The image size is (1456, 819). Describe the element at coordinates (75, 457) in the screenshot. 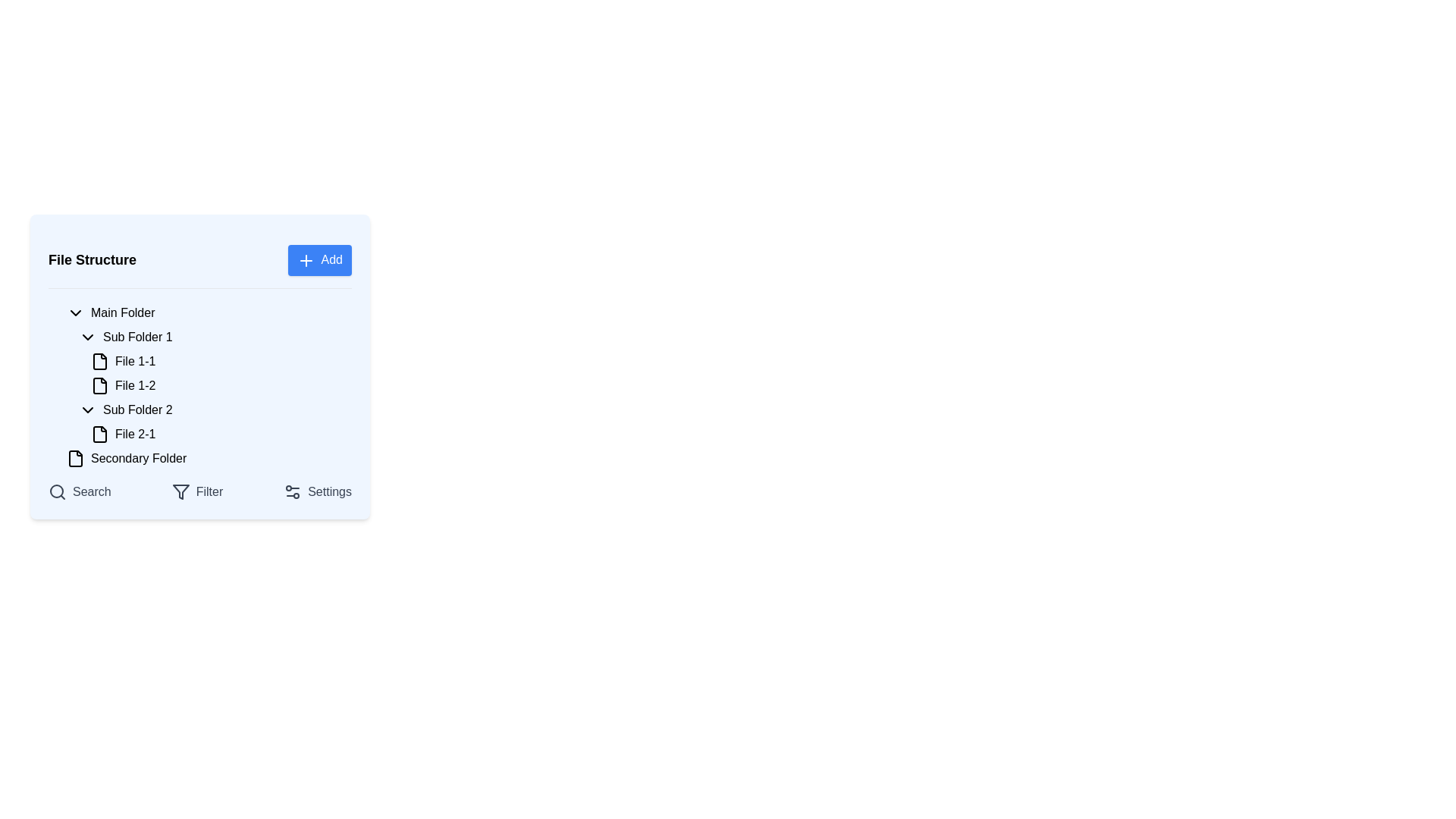

I see `the file icon representing the 'Secondary Folder' in the 'File Structure' section, located directly to the left of its label` at that location.